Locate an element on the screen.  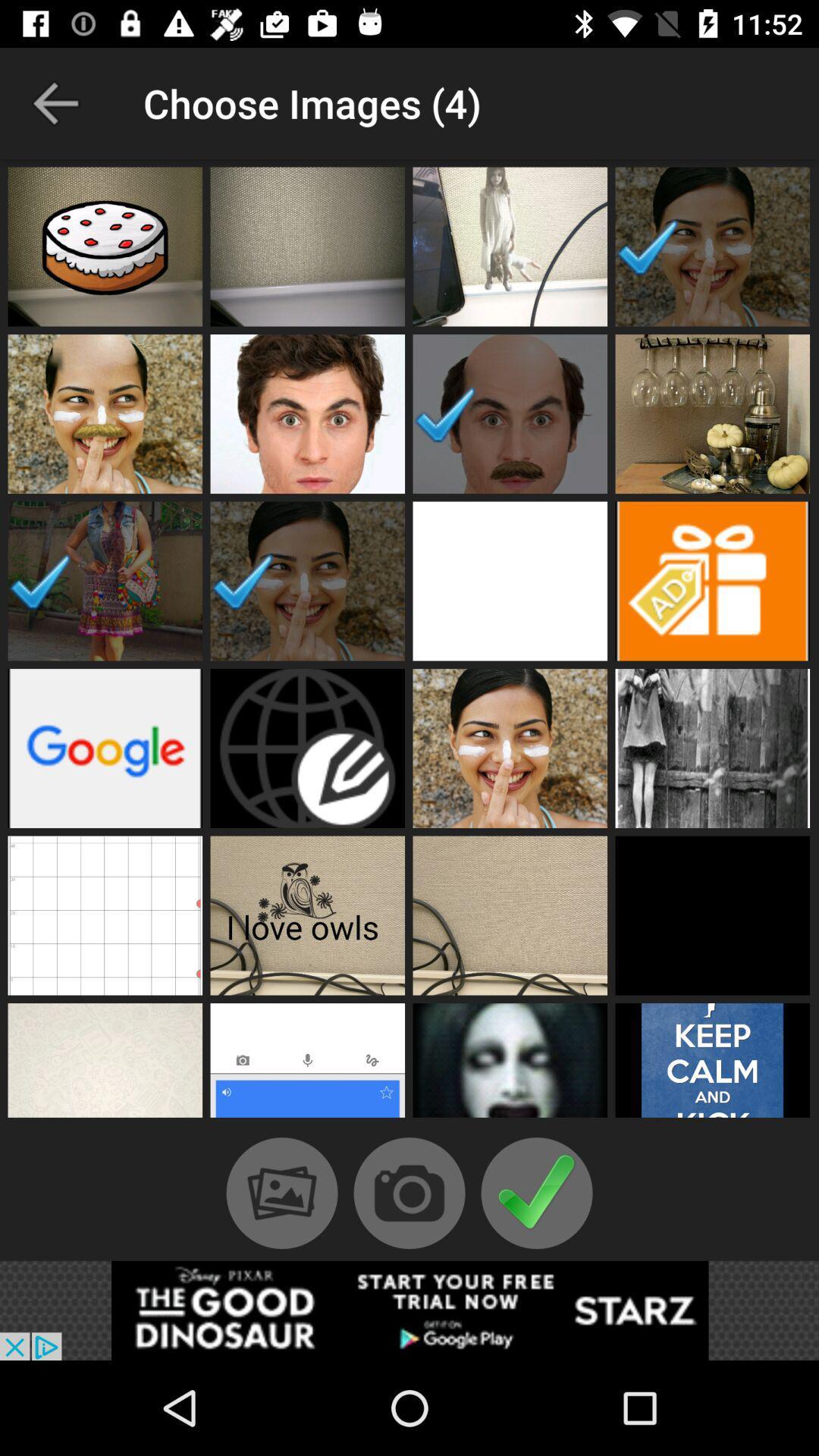
the photo icon is located at coordinates (409, 1192).